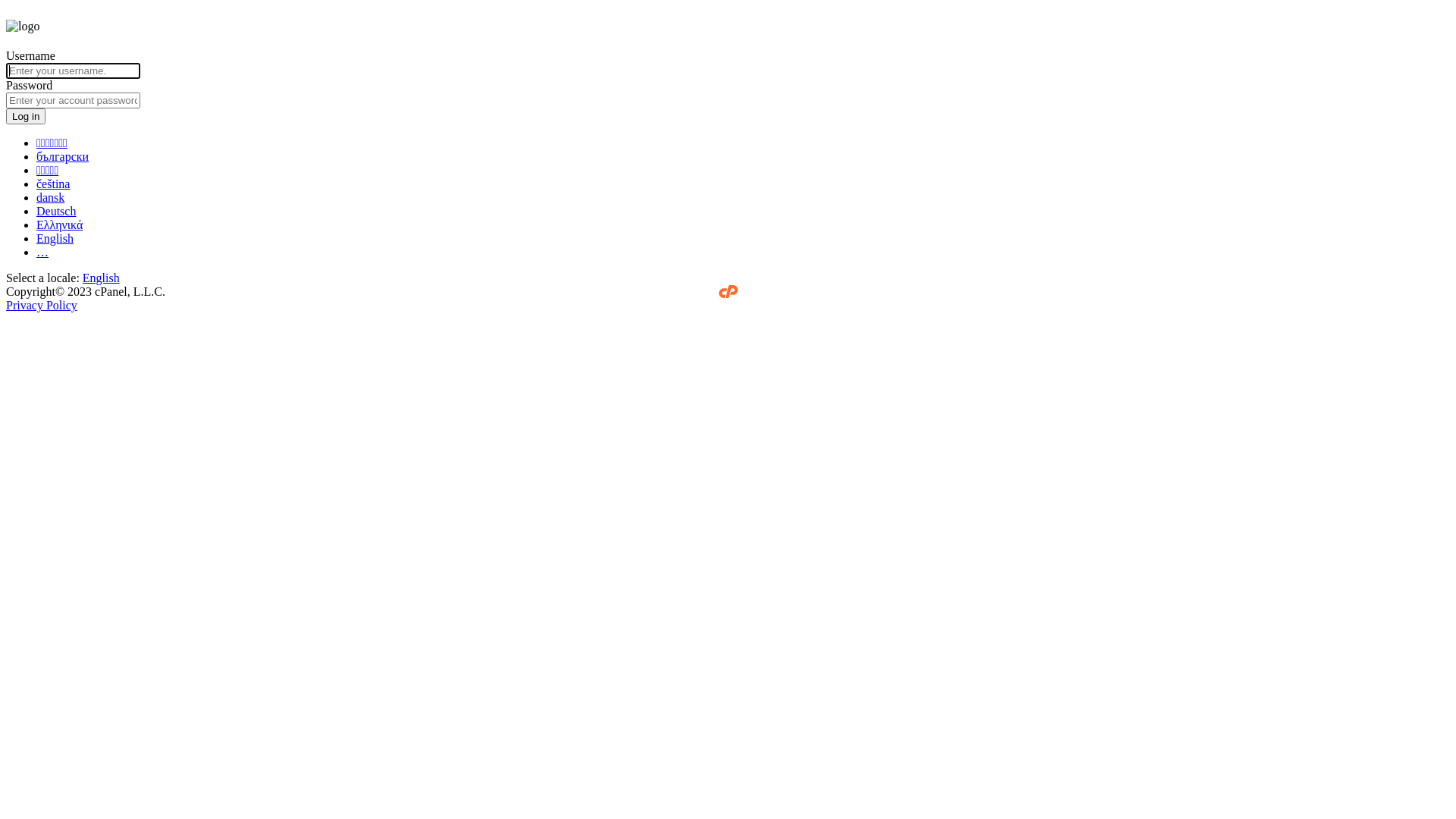 This screenshot has height=819, width=1456. Describe the element at coordinates (50, 196) in the screenshot. I see `'dansk'` at that location.